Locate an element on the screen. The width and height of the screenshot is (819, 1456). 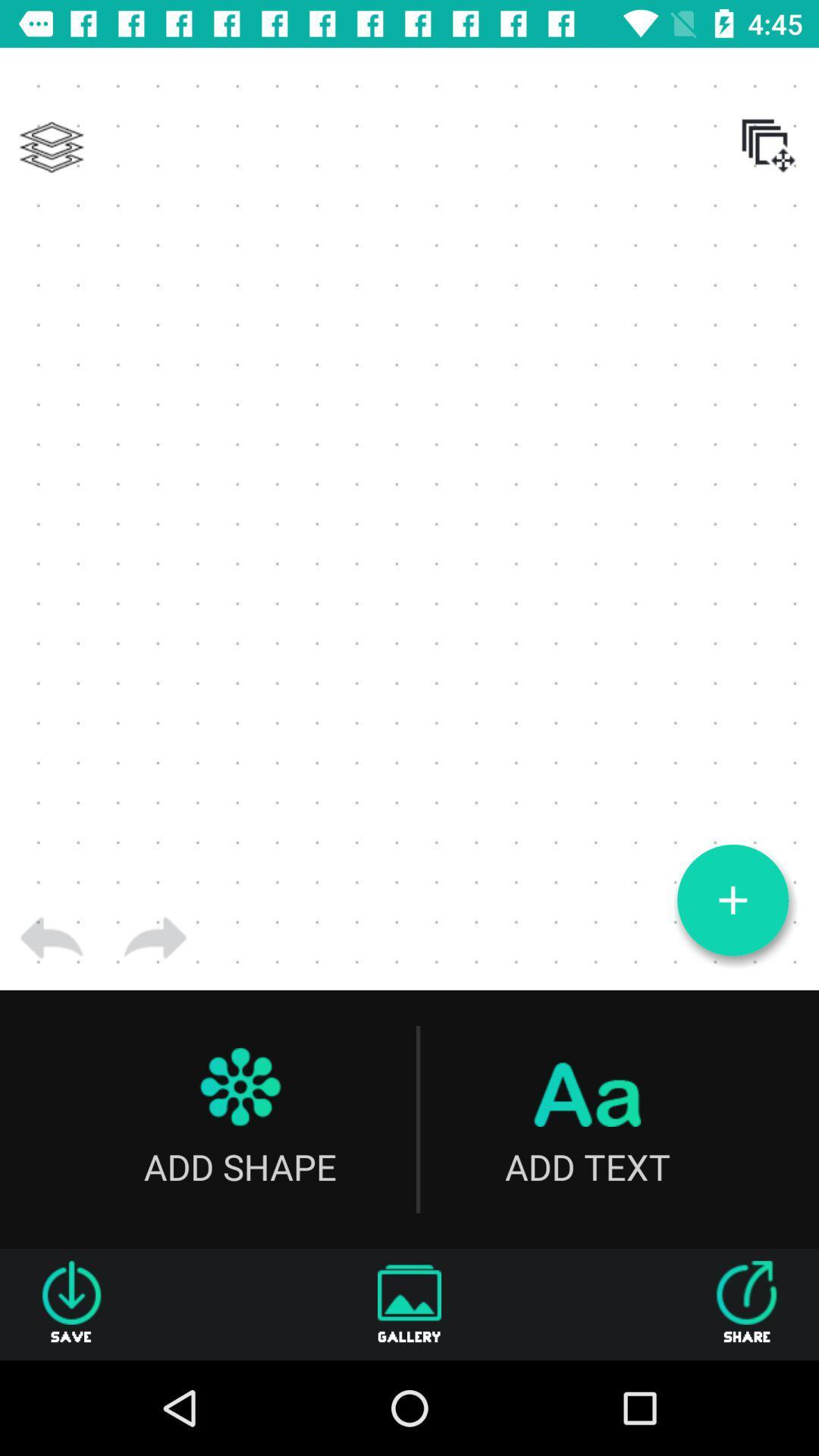
icon to the left of the share icon is located at coordinates (409, 1304).